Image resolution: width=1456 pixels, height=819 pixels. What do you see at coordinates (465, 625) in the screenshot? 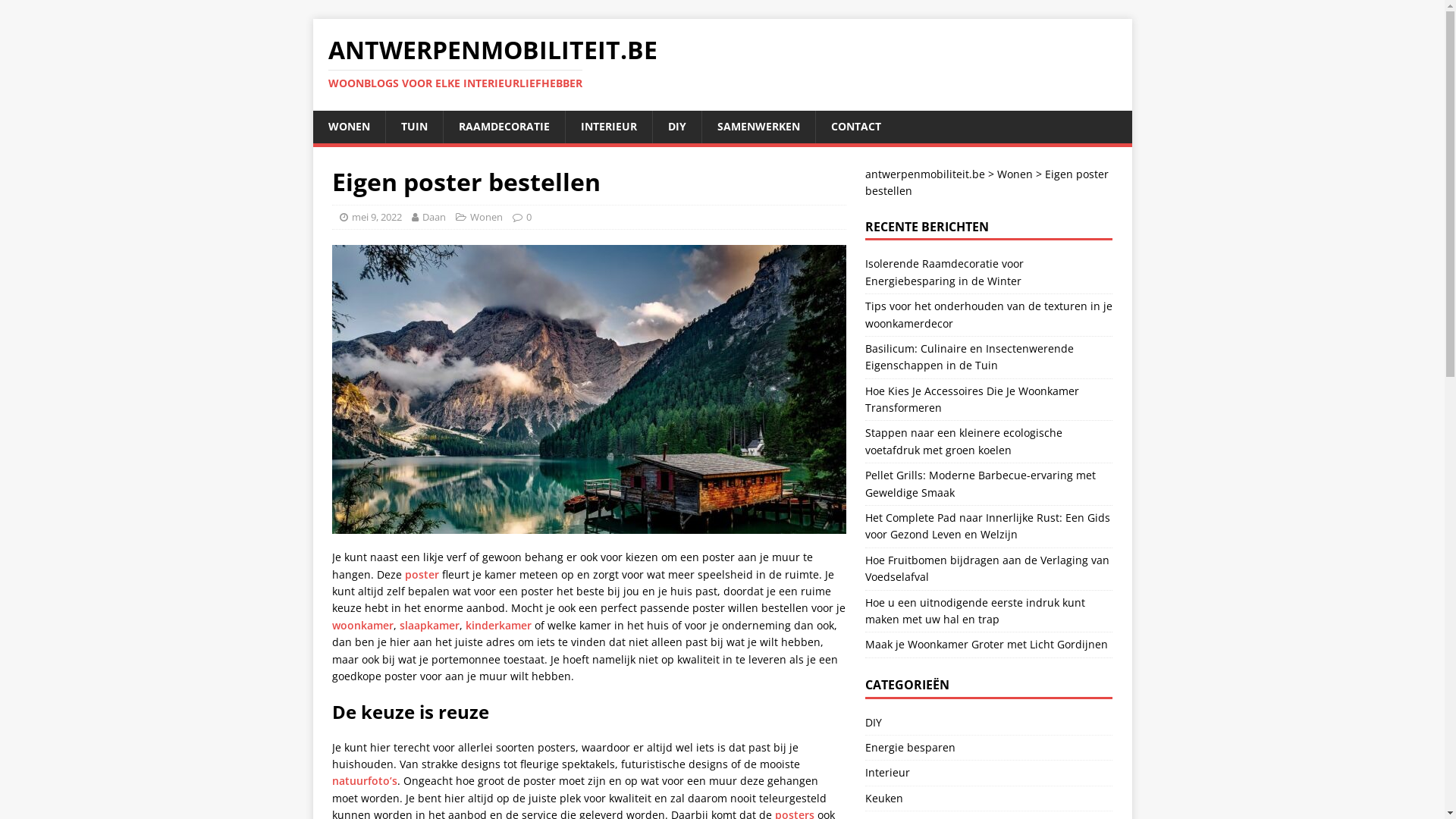
I see `'kinderkamer'` at bounding box center [465, 625].